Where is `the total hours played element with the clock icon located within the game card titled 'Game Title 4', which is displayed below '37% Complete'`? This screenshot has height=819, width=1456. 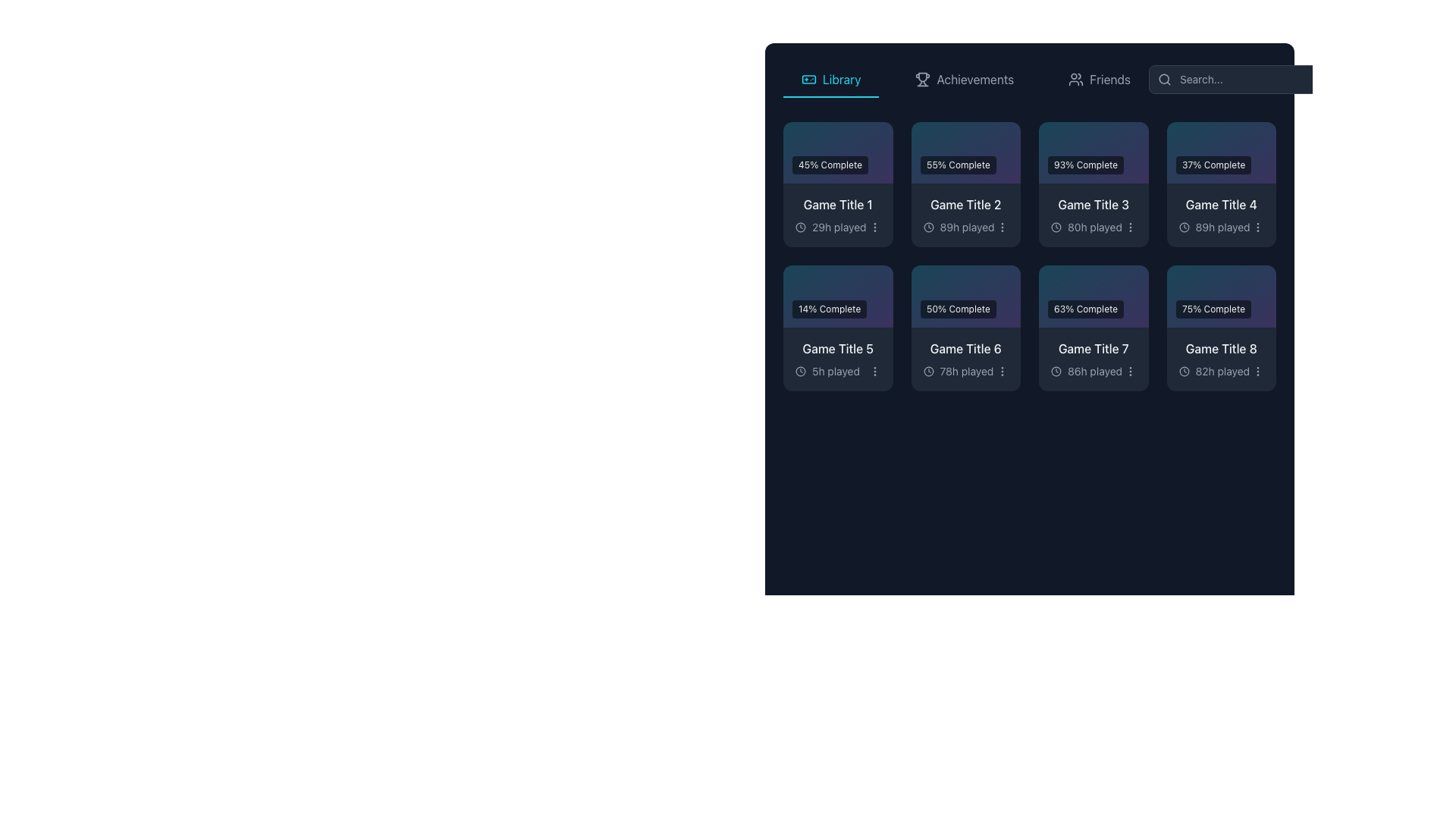 the total hours played element with the clock icon located within the game card titled 'Game Title 4', which is displayed below '37% Complete' is located at coordinates (1221, 227).